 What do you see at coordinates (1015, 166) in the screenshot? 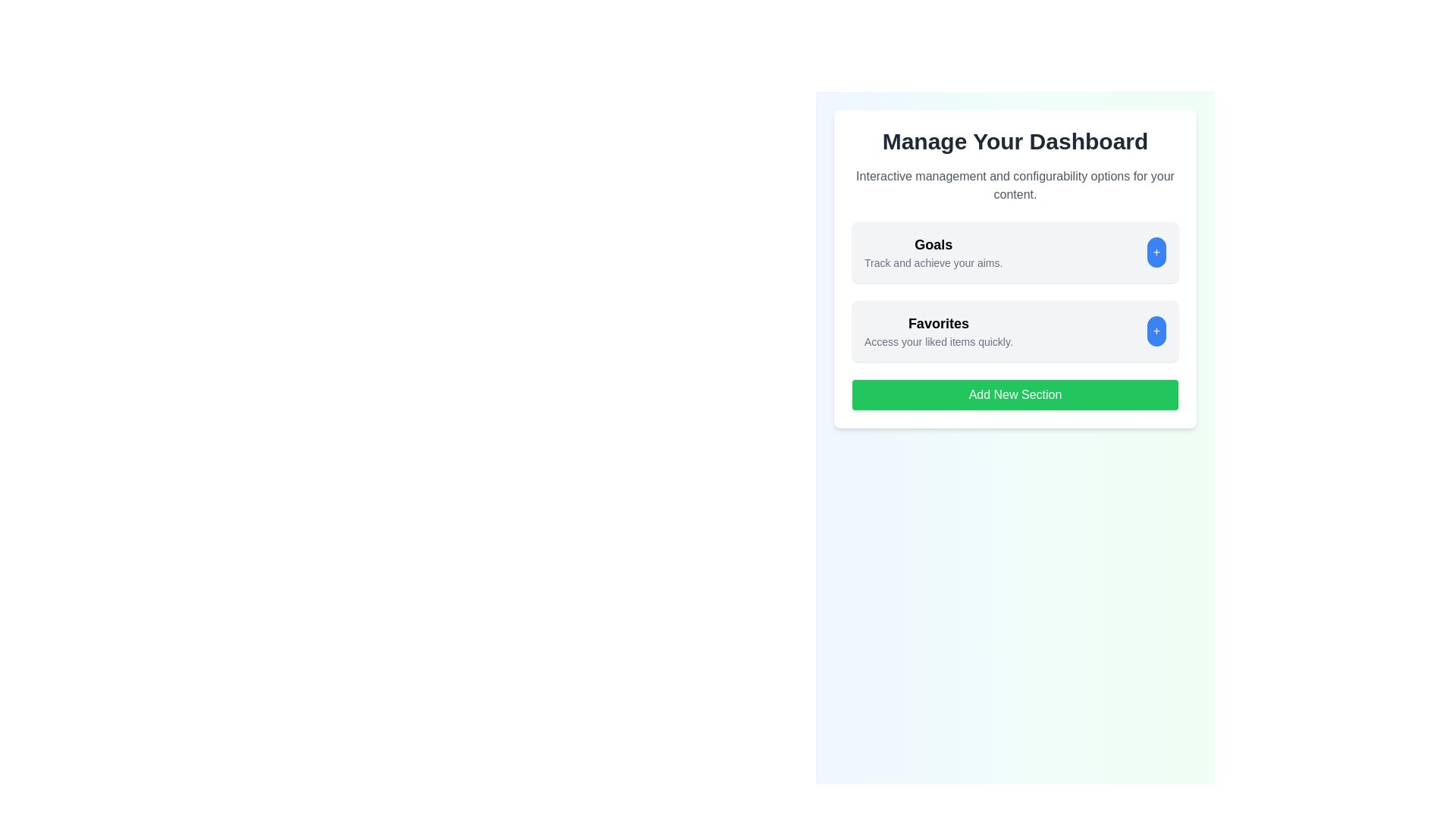
I see `text block titled 'Manage Your Dashboard' with subtext 'Interactive management and configurability options for your content.'` at bounding box center [1015, 166].